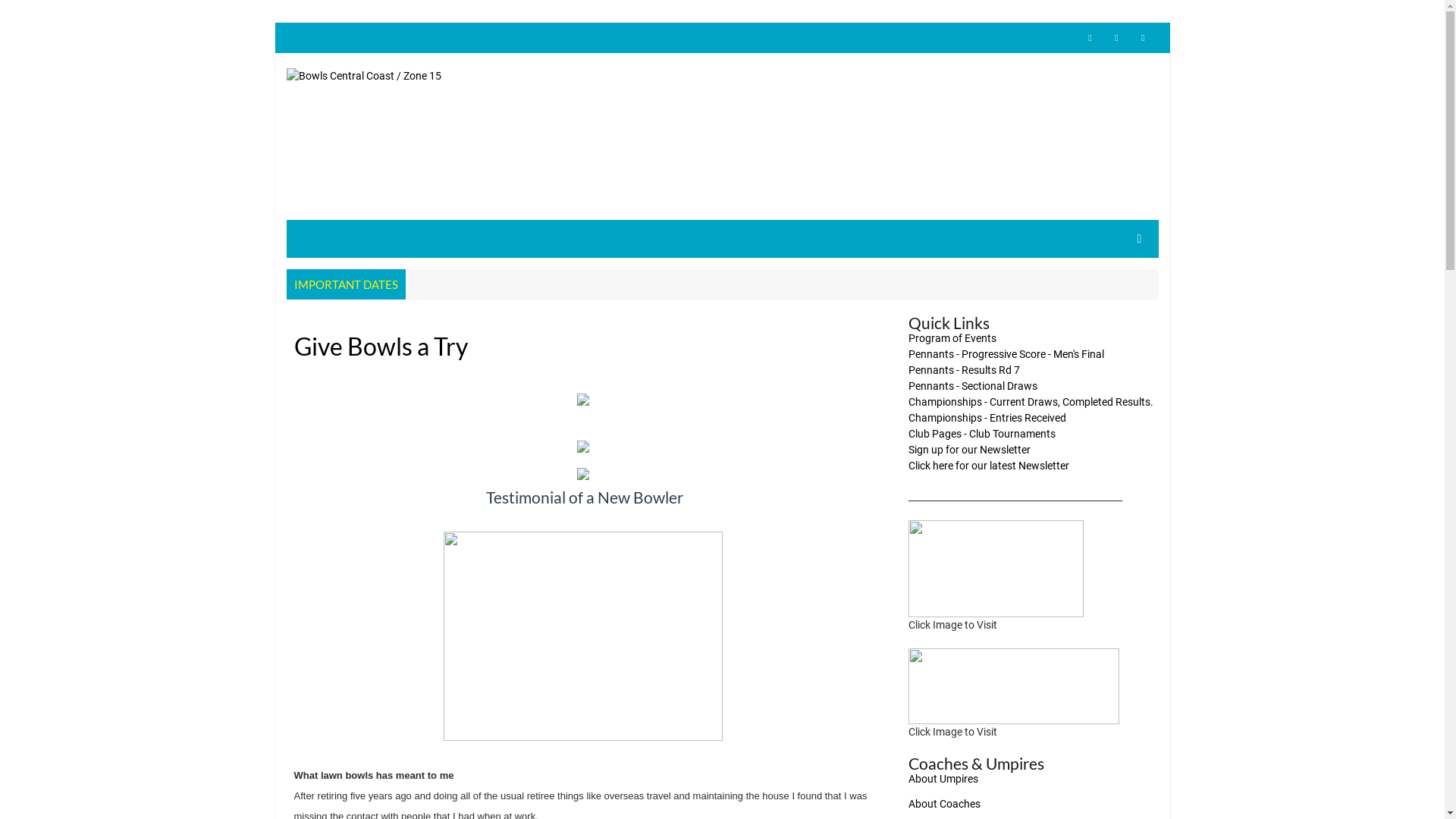  I want to click on 'Pennants - Results Rd 7', so click(963, 370).